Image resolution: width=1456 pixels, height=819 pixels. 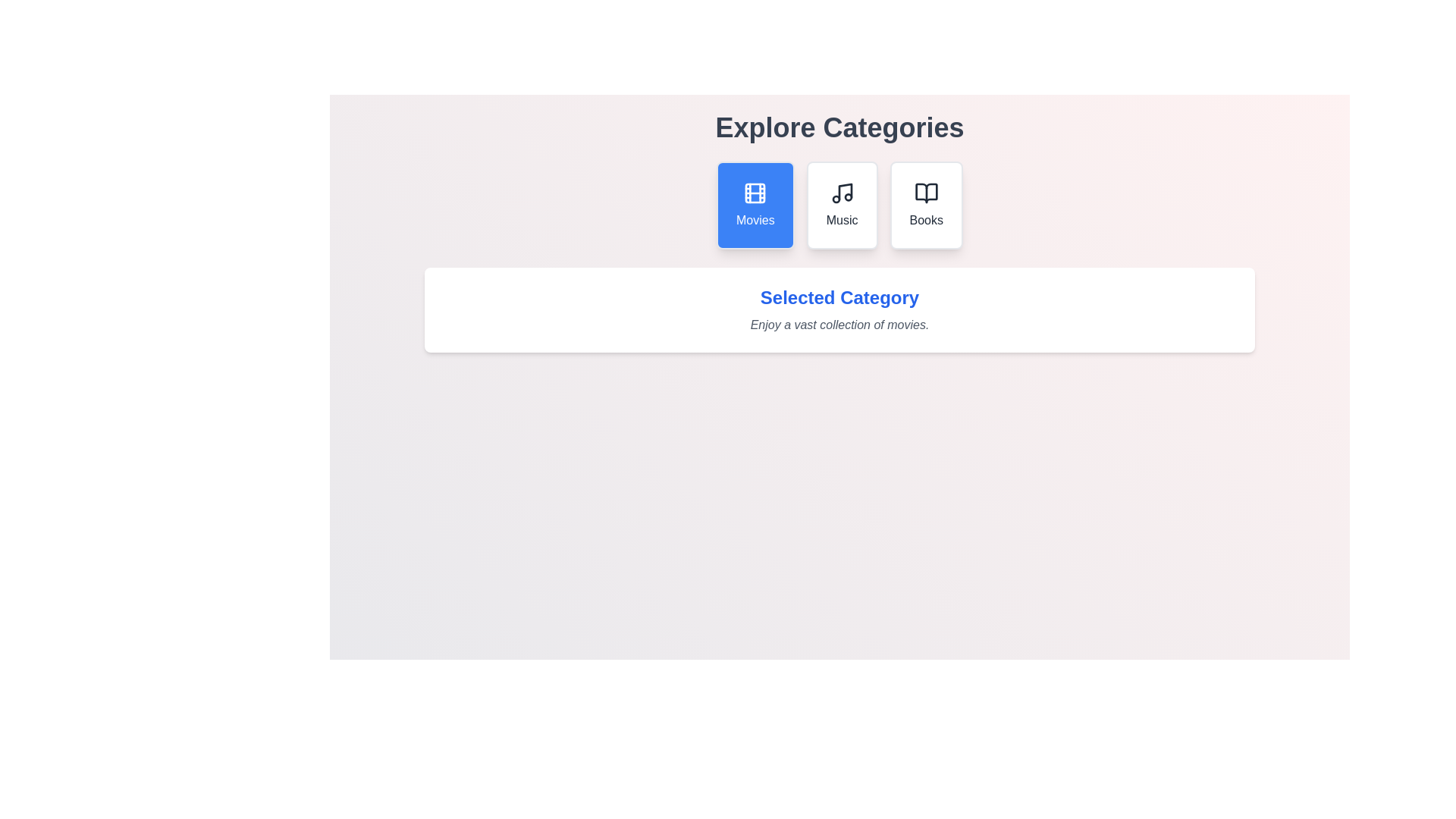 I want to click on the Movies button to select it, so click(x=755, y=205).